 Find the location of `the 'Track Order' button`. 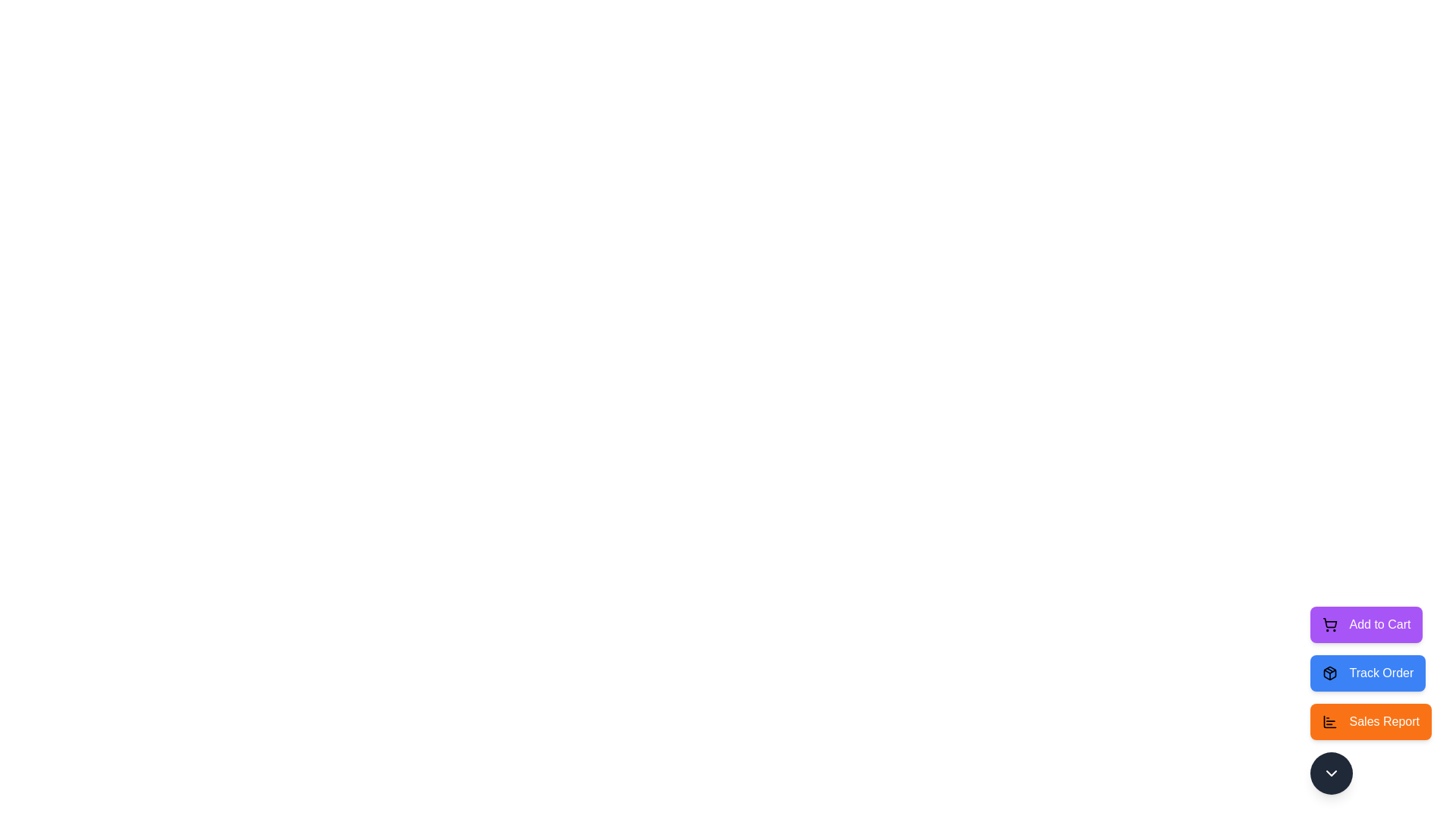

the 'Track Order' button is located at coordinates (1367, 672).